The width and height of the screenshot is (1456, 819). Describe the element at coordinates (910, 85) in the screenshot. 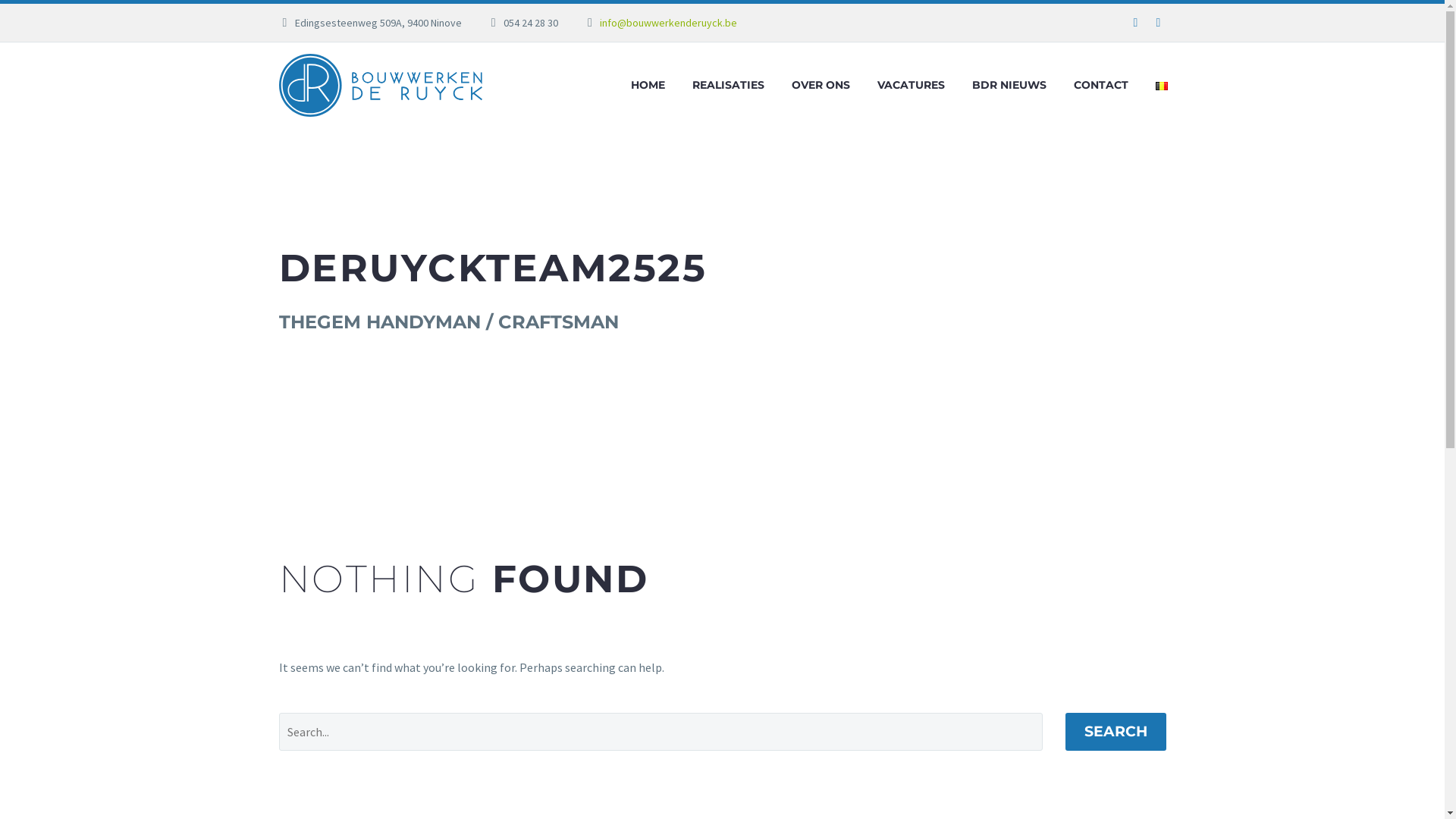

I see `'VACATURES'` at that location.